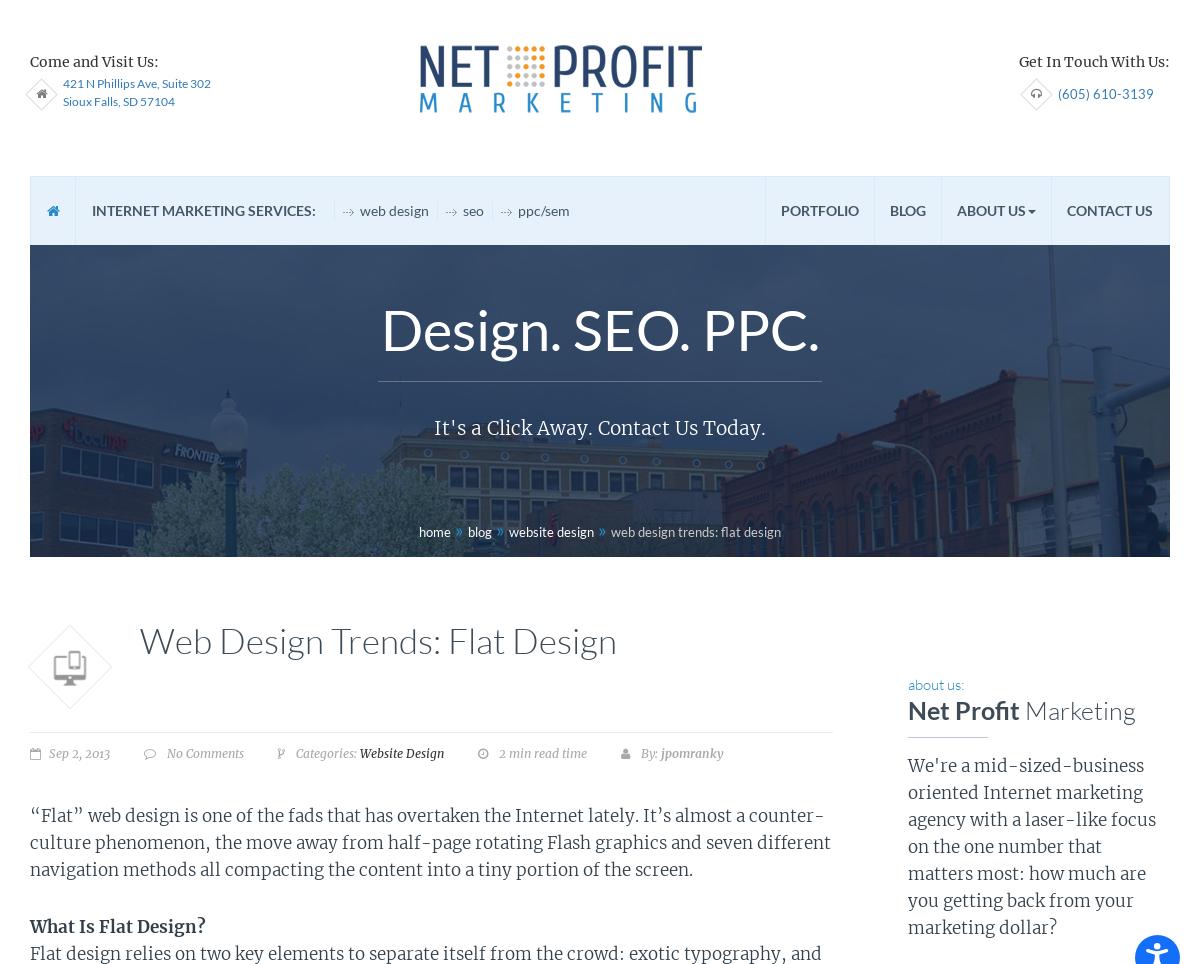 The image size is (1200, 964). I want to click on 'It's a Click Away. Contact Us Today.', so click(600, 425).